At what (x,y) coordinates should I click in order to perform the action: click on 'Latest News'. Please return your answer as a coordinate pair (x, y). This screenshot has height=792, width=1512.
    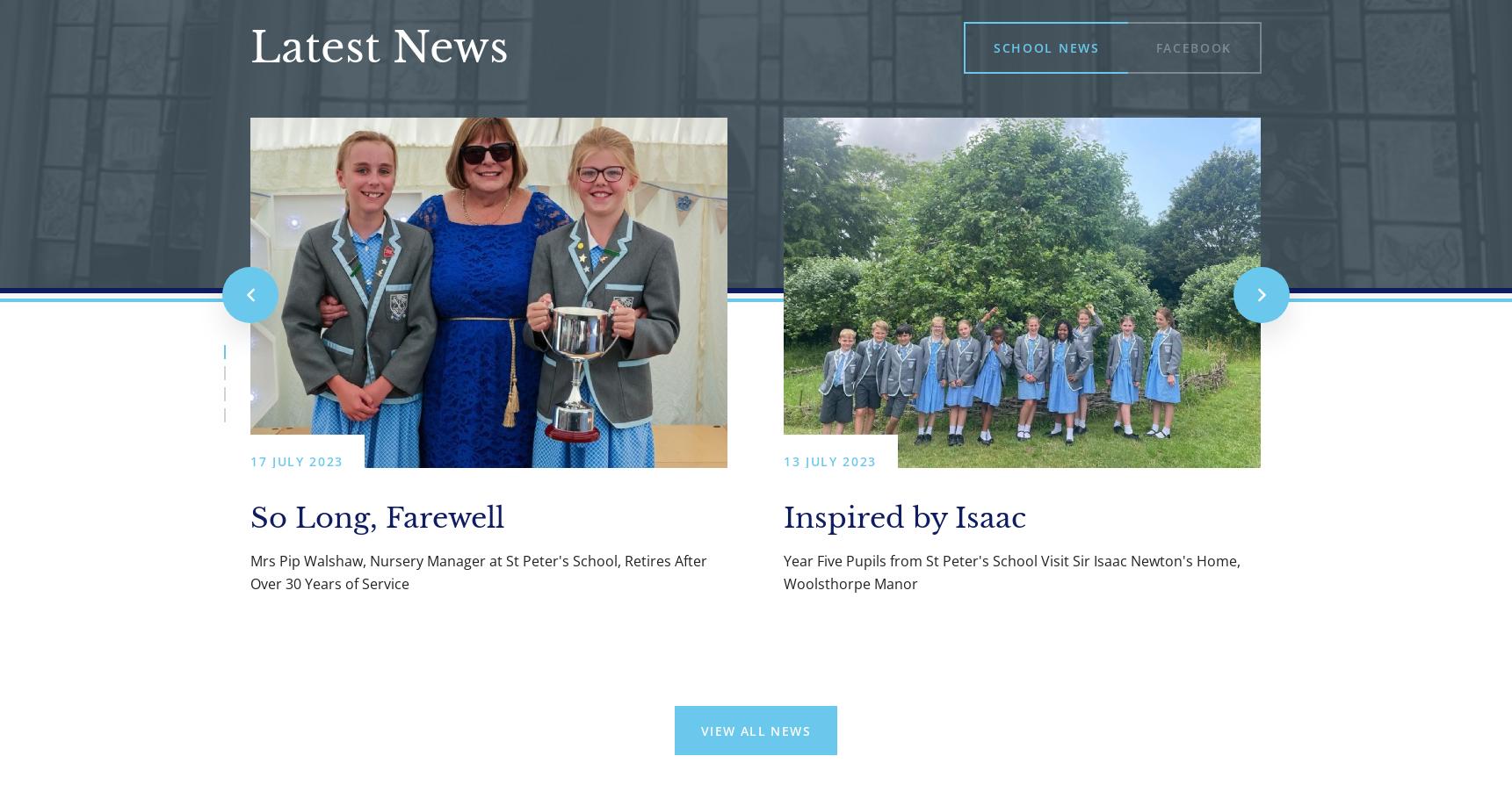
    Looking at the image, I should click on (378, 47).